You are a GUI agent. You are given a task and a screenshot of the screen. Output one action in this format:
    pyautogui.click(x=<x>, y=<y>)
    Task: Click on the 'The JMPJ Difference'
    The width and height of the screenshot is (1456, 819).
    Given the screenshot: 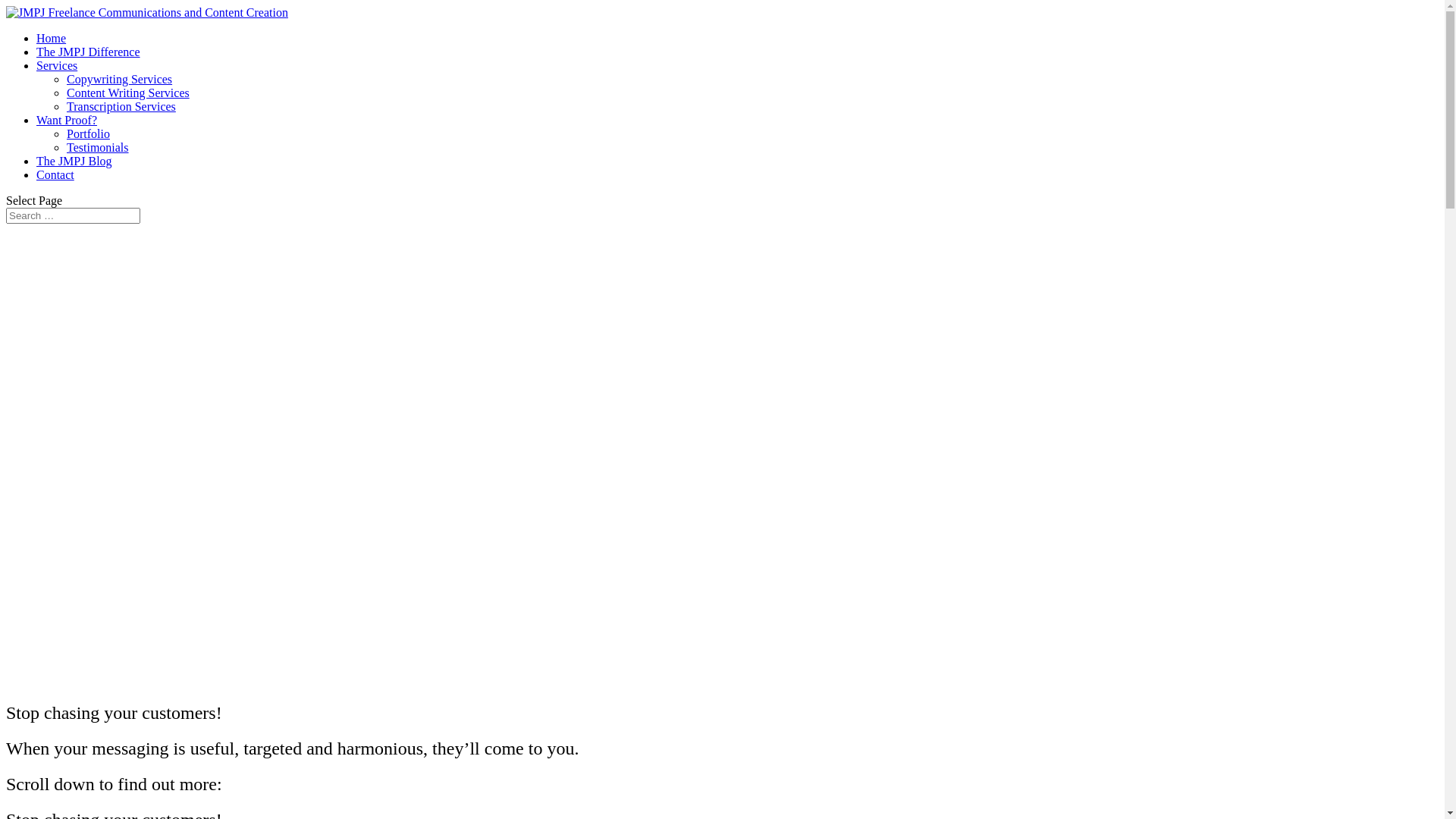 What is the action you would take?
    pyautogui.click(x=87, y=51)
    